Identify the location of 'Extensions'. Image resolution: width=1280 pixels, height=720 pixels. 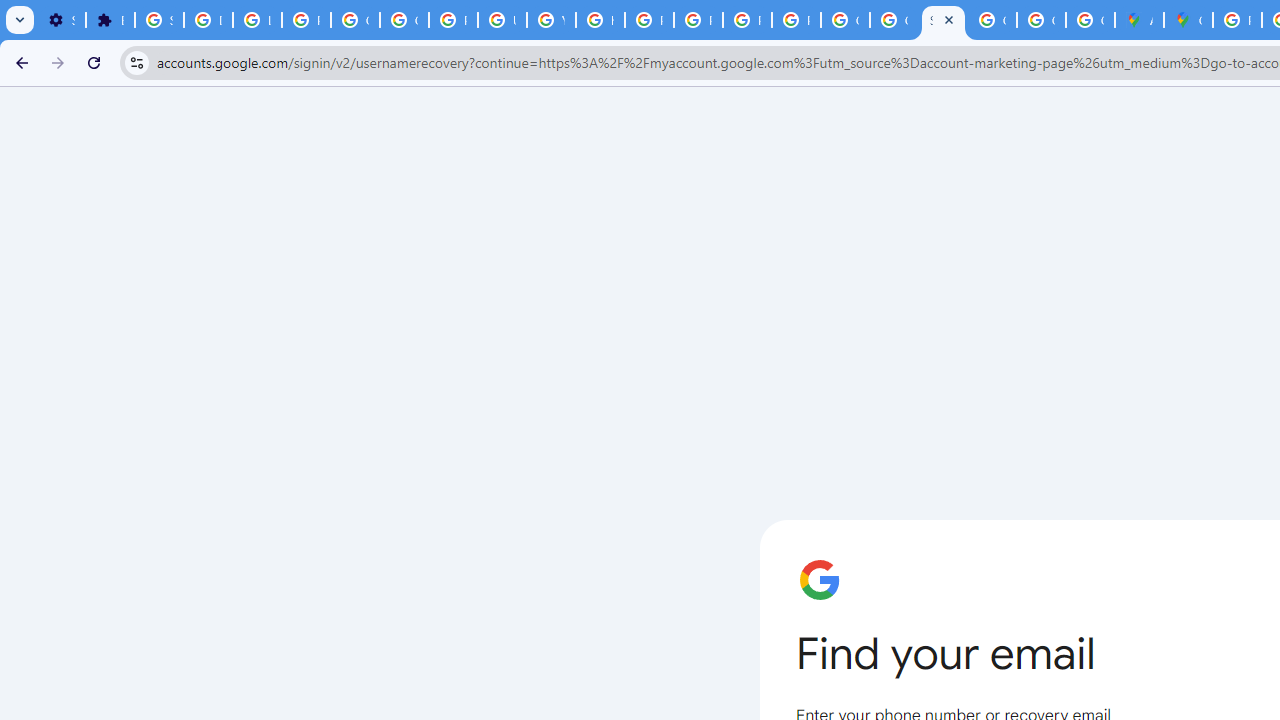
(109, 20).